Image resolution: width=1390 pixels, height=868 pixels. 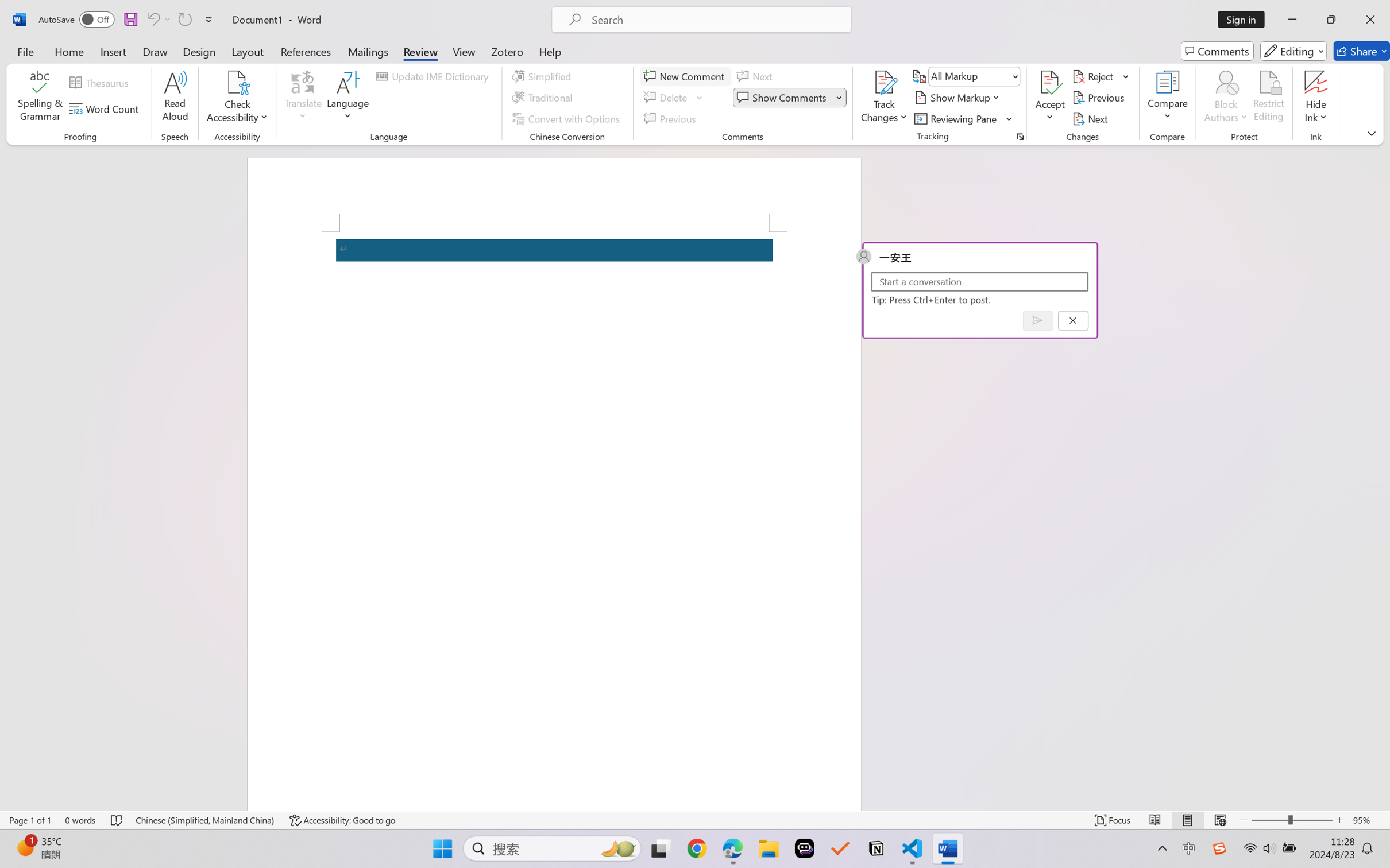 I want to click on 'Spelling & Grammar', so click(x=40, y=98).